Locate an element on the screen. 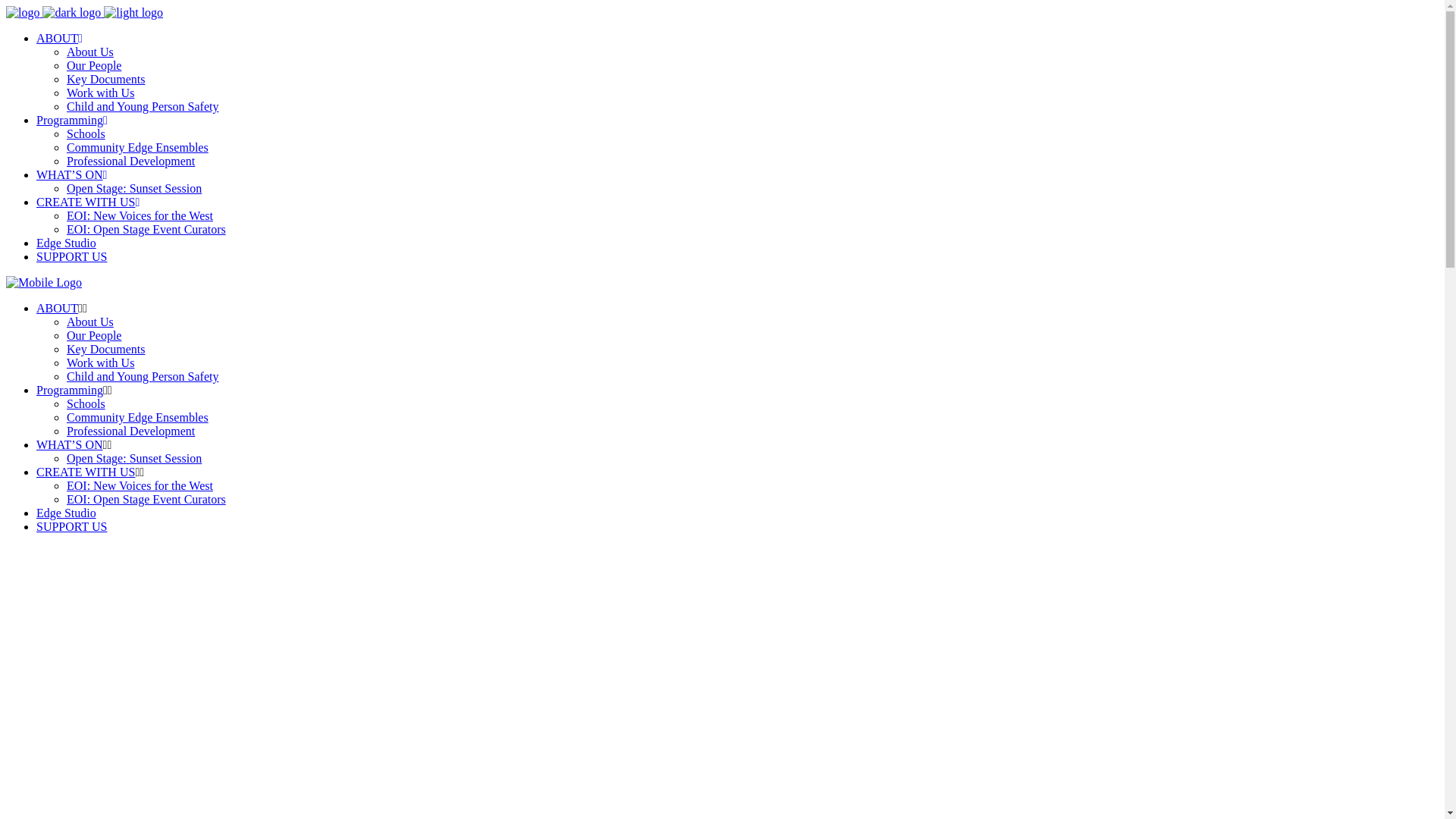 The height and width of the screenshot is (819, 1456). 'SUPPORT US' is located at coordinates (71, 526).